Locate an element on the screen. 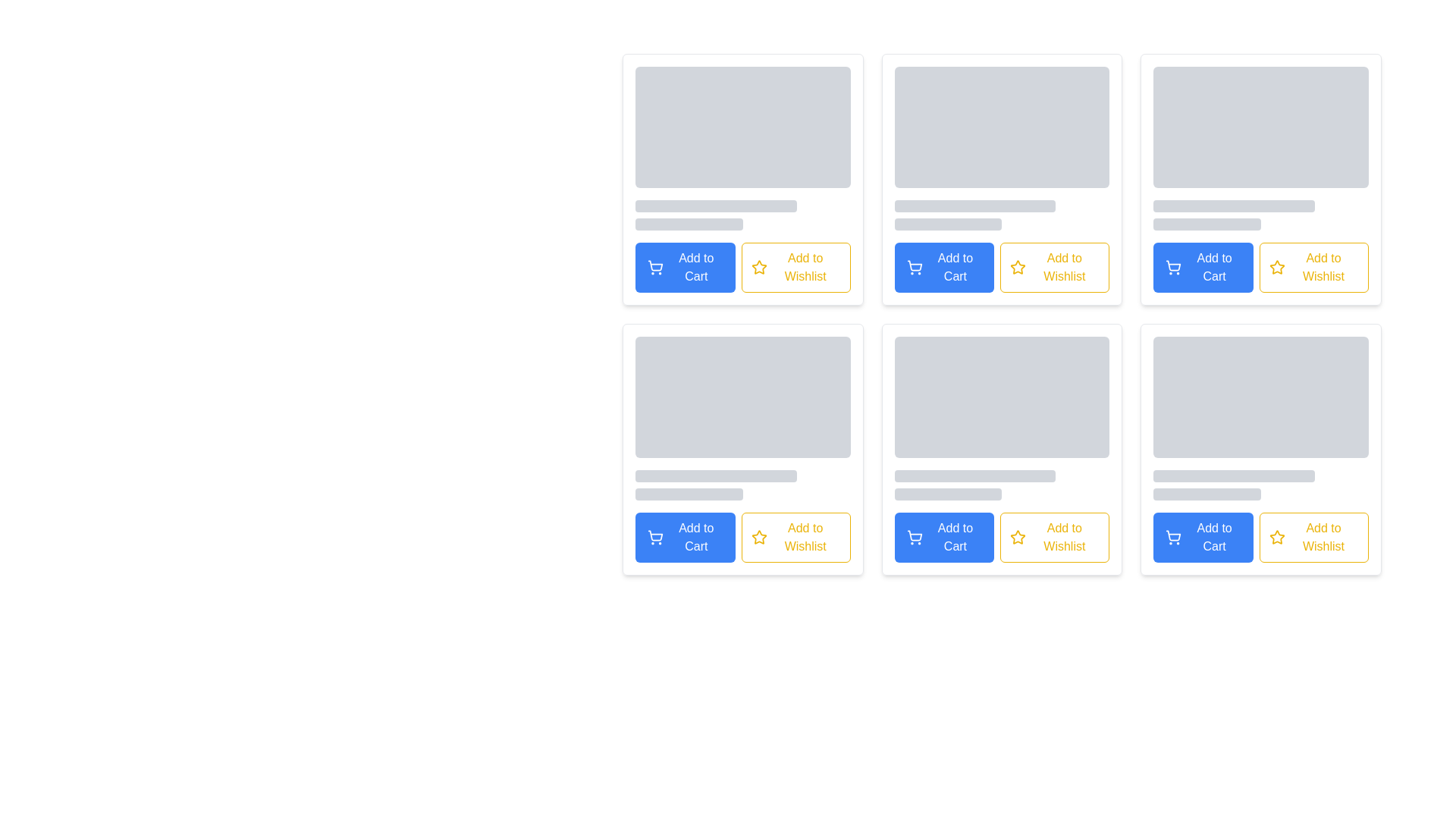 Image resolution: width=1456 pixels, height=819 pixels. the button in the second row and third column of the grid layout is located at coordinates (943, 537).